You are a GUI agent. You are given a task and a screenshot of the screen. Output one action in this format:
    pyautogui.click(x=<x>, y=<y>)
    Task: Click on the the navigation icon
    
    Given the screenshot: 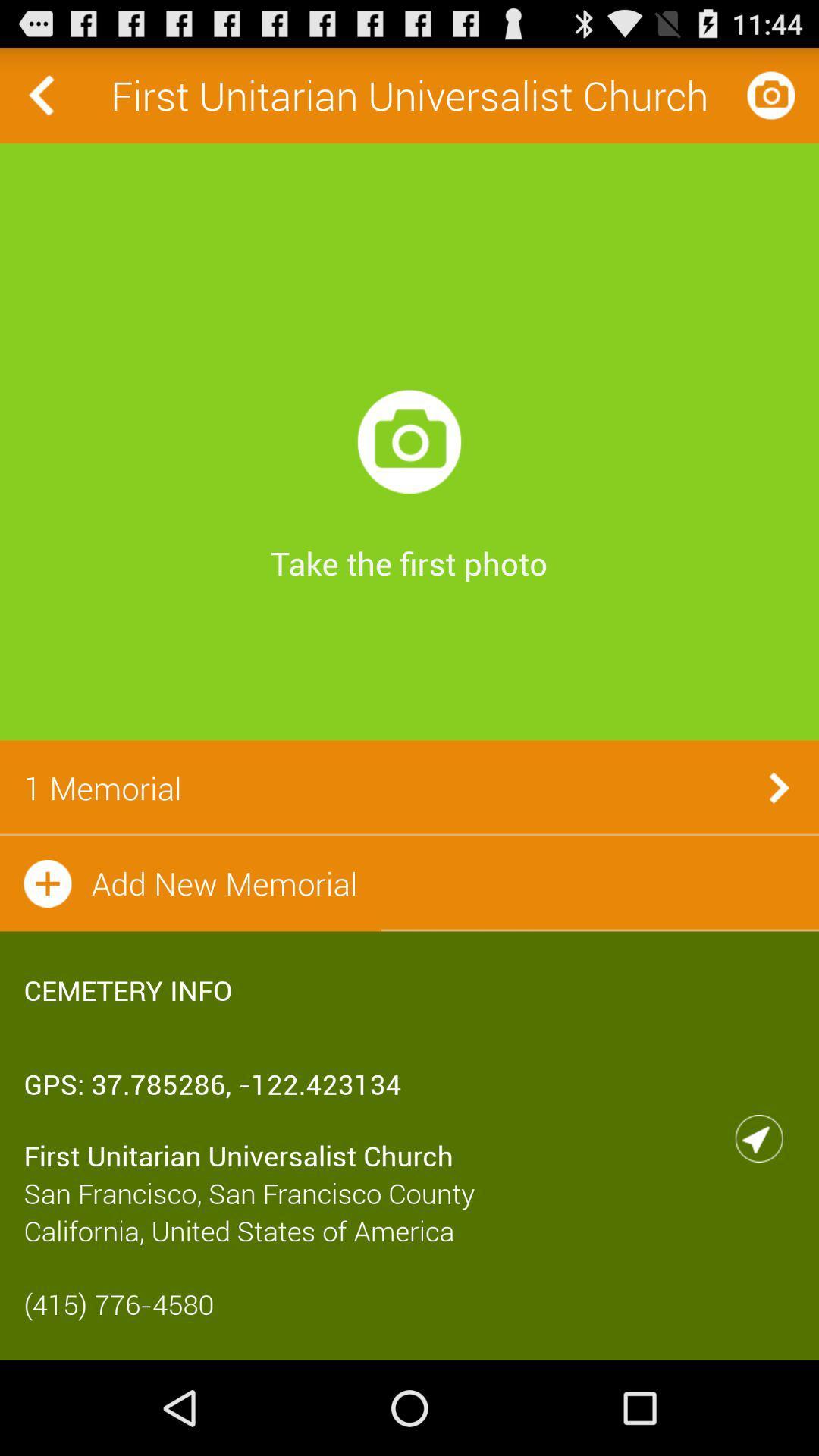 What is the action you would take?
    pyautogui.click(x=759, y=1219)
    